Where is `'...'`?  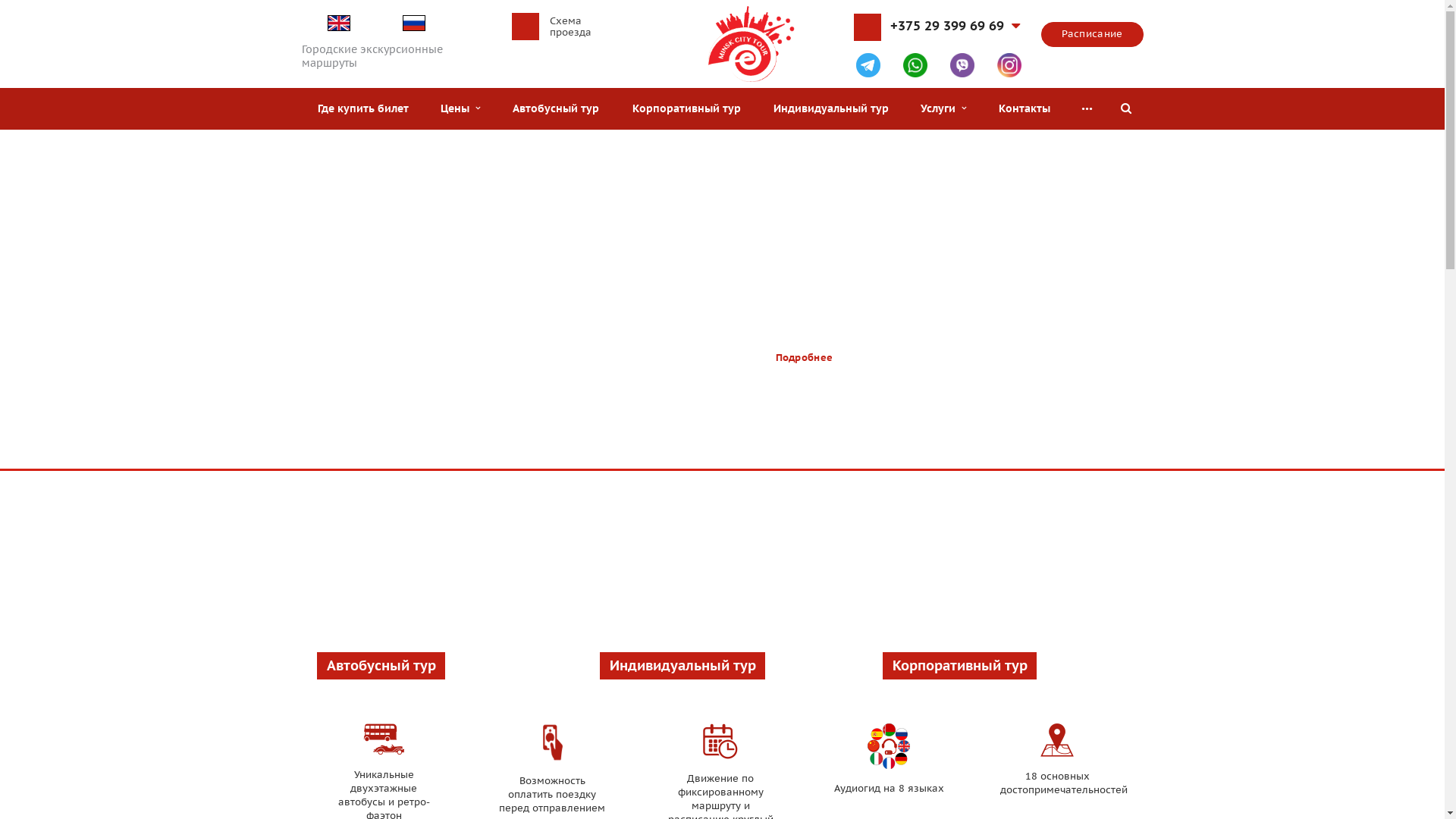 '...' is located at coordinates (1086, 108).